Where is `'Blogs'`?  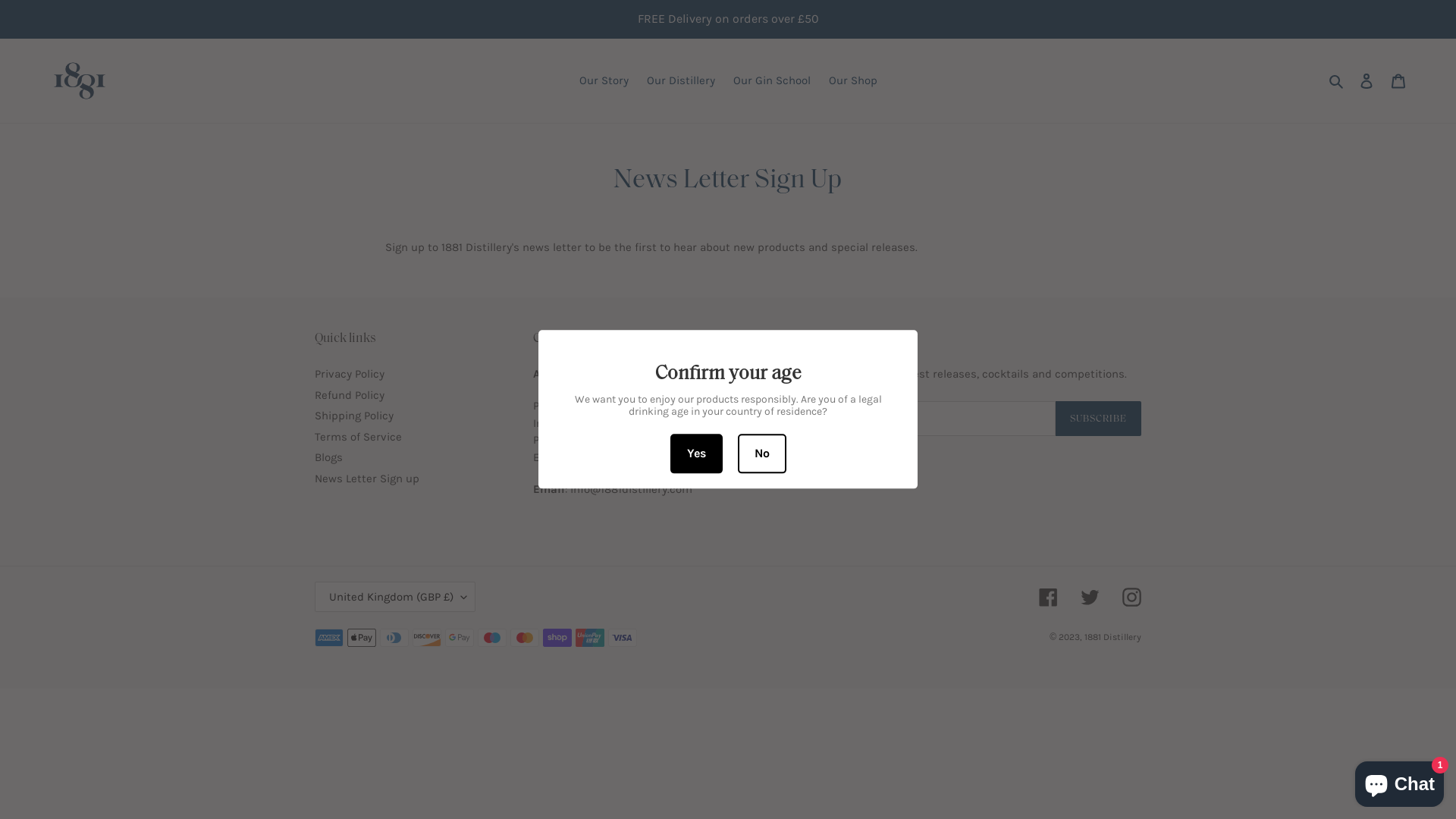 'Blogs' is located at coordinates (328, 456).